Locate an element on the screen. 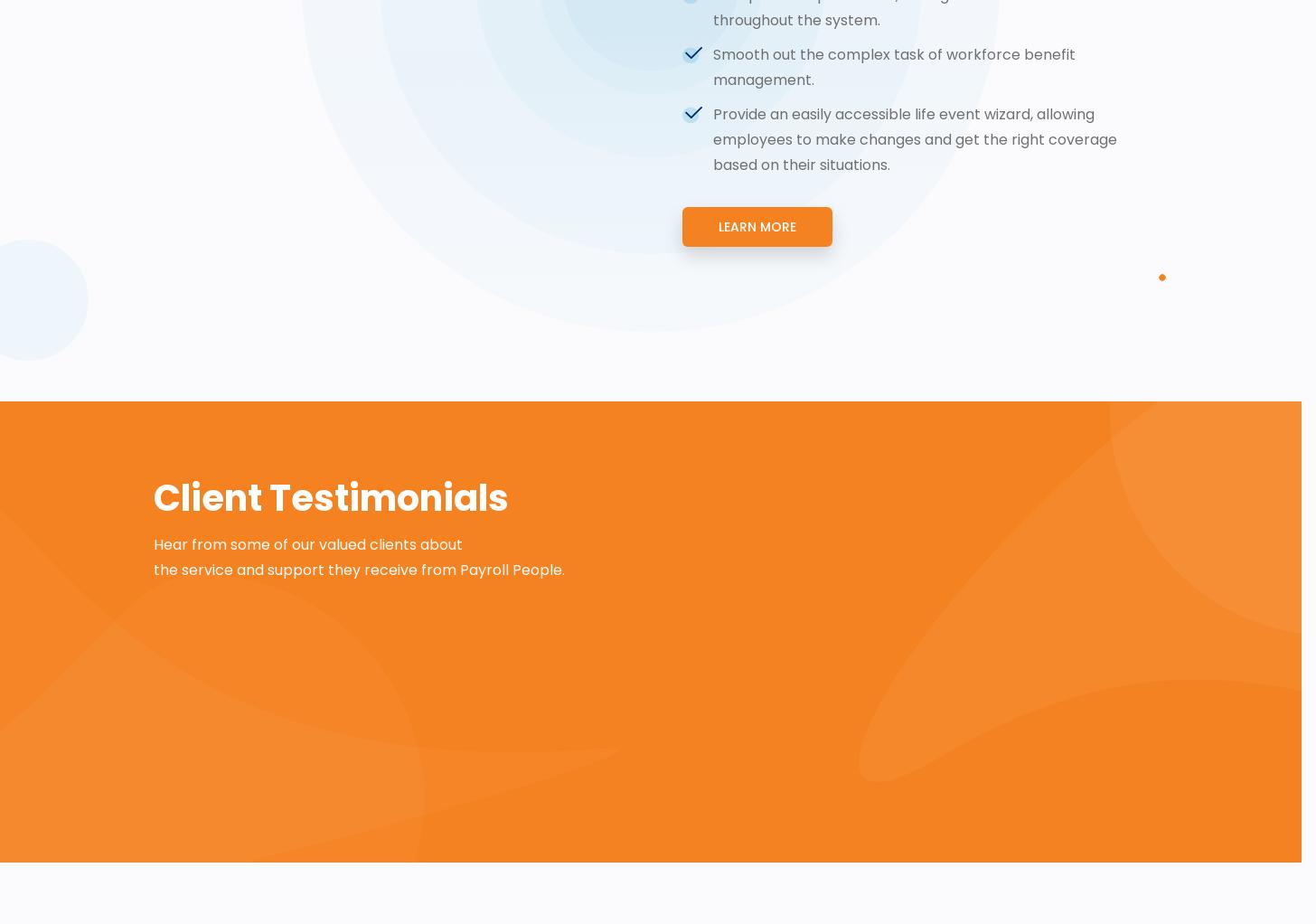 This screenshot has width=1316, height=924. 'Smooth out the complex task of workforce benefit management.' is located at coordinates (713, 66).